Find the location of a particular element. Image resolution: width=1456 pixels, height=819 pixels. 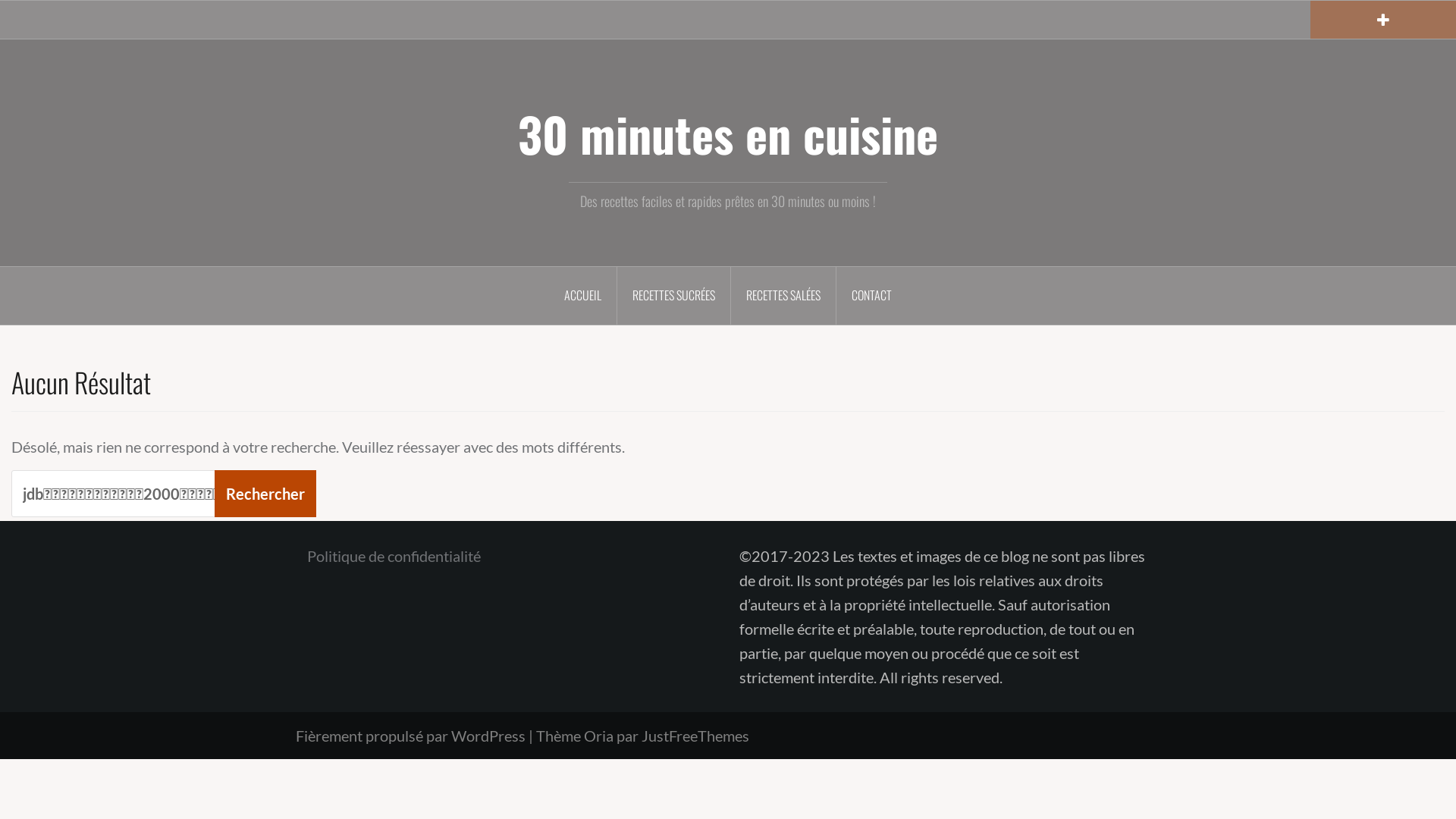

'Oria' is located at coordinates (582, 734).